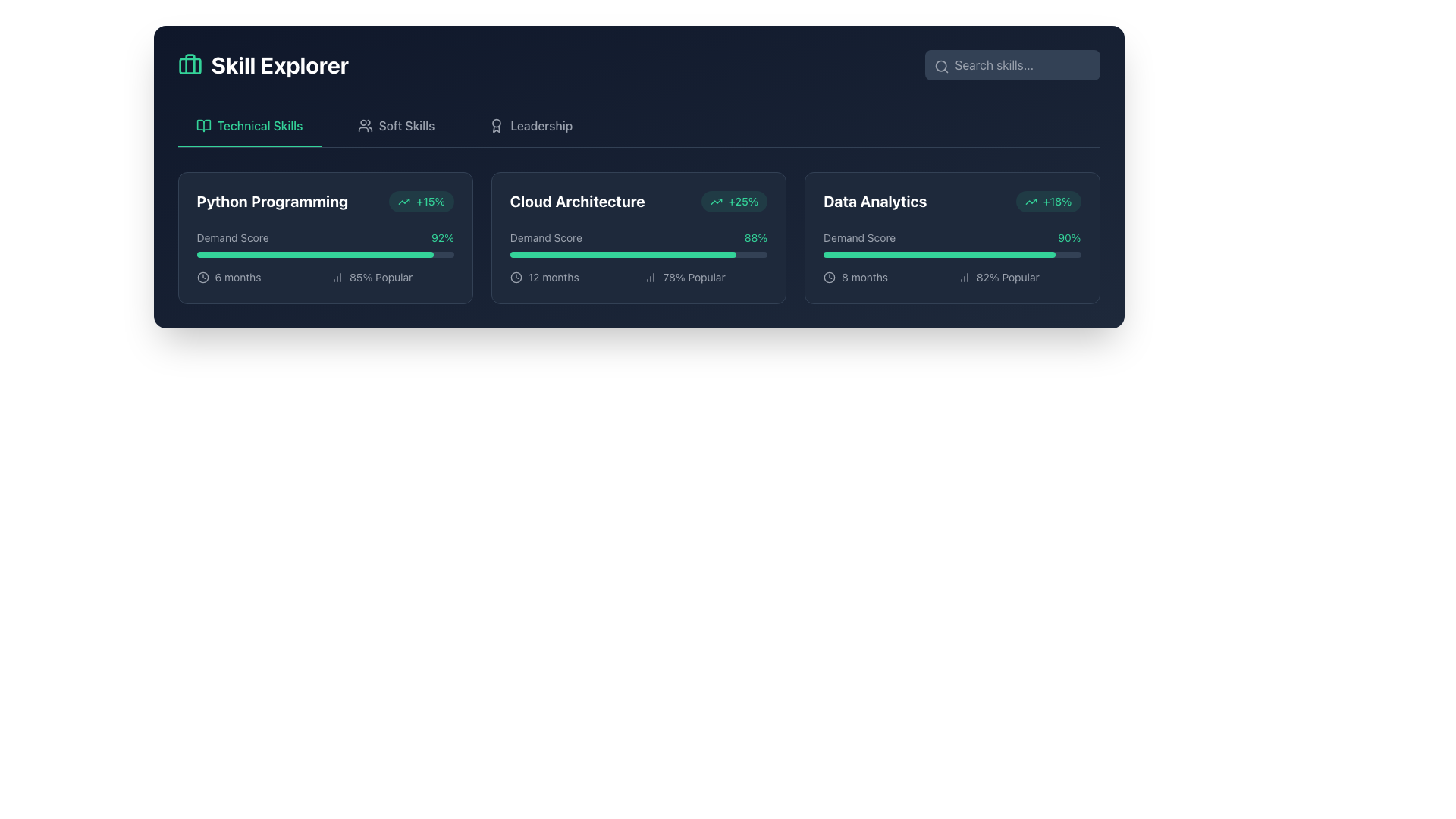 The image size is (1456, 819). What do you see at coordinates (541, 124) in the screenshot?
I see `the 'Leadership' text label in the header section` at bounding box center [541, 124].